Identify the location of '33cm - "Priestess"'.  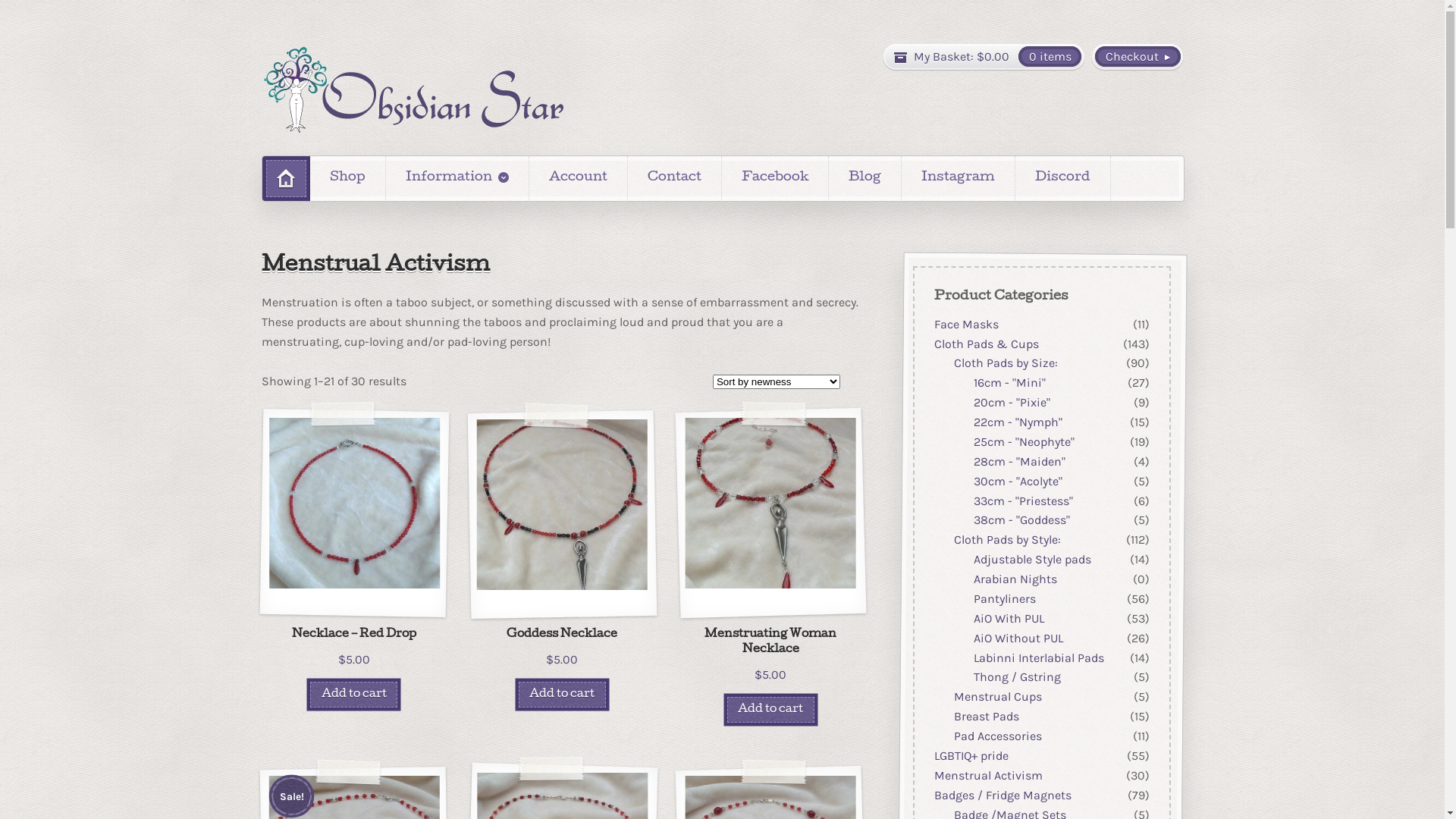
(1022, 500).